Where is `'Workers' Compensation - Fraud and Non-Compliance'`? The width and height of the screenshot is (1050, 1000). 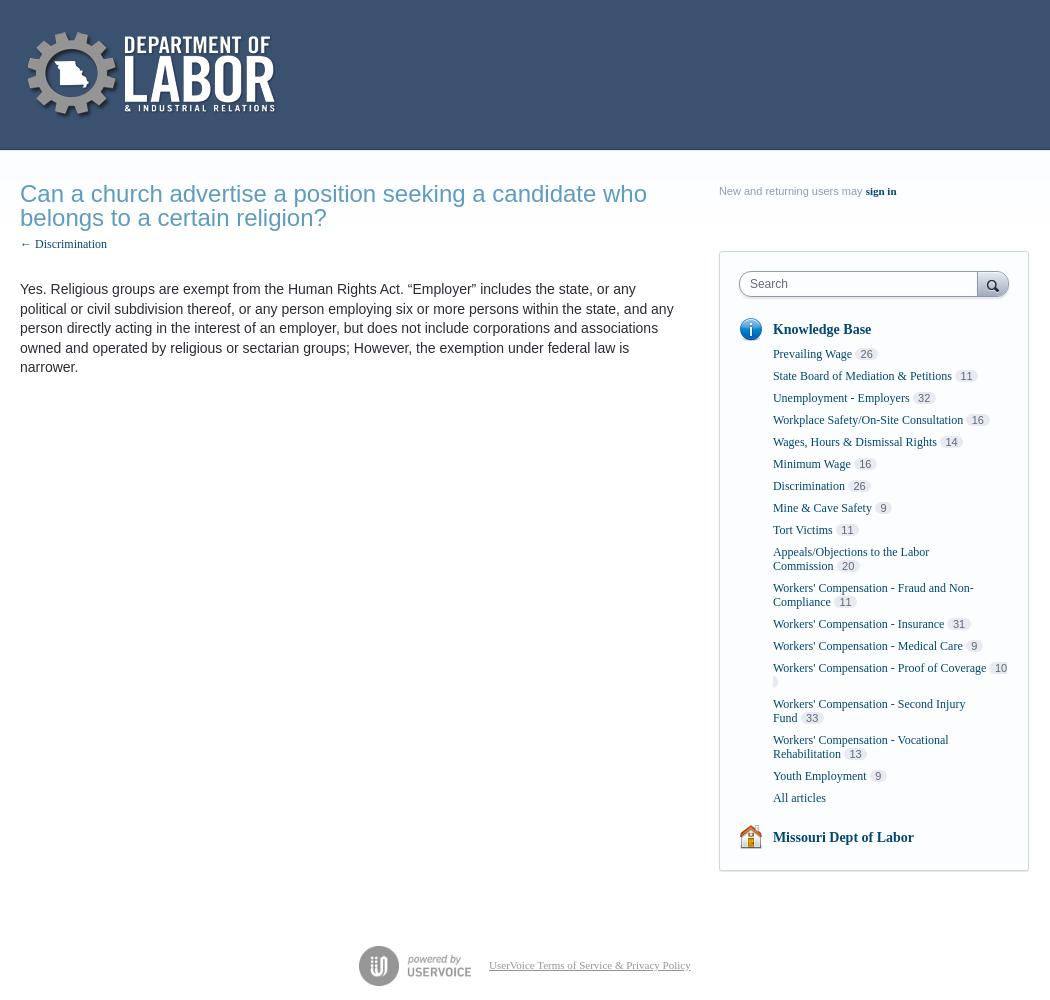
'Workers' Compensation - Fraud and Non-Compliance' is located at coordinates (871, 594).